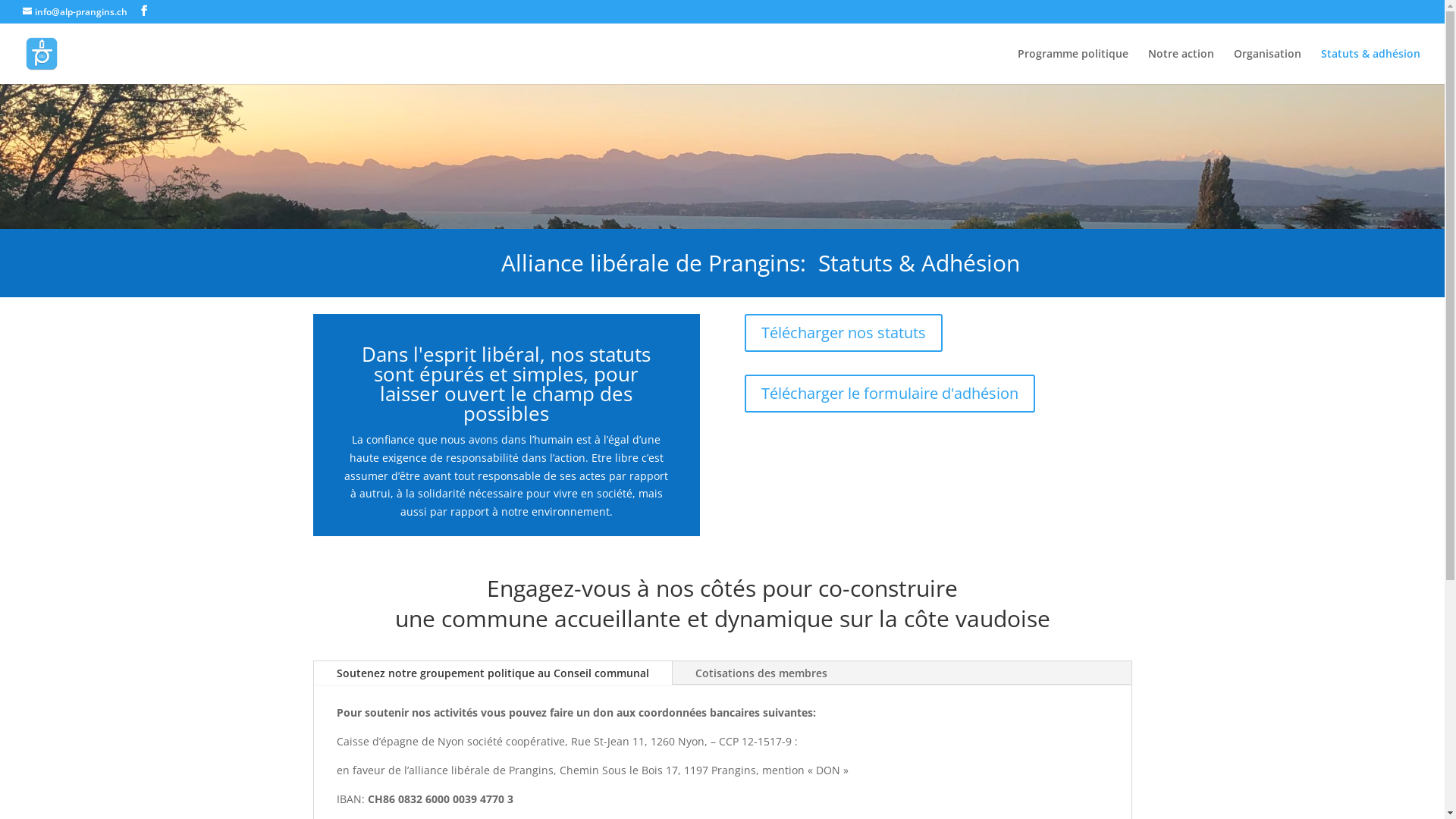 This screenshot has width=1456, height=819. Describe the element at coordinates (492, 672) in the screenshot. I see `'Soutenez notre groupement politique au Conseil communal'` at that location.